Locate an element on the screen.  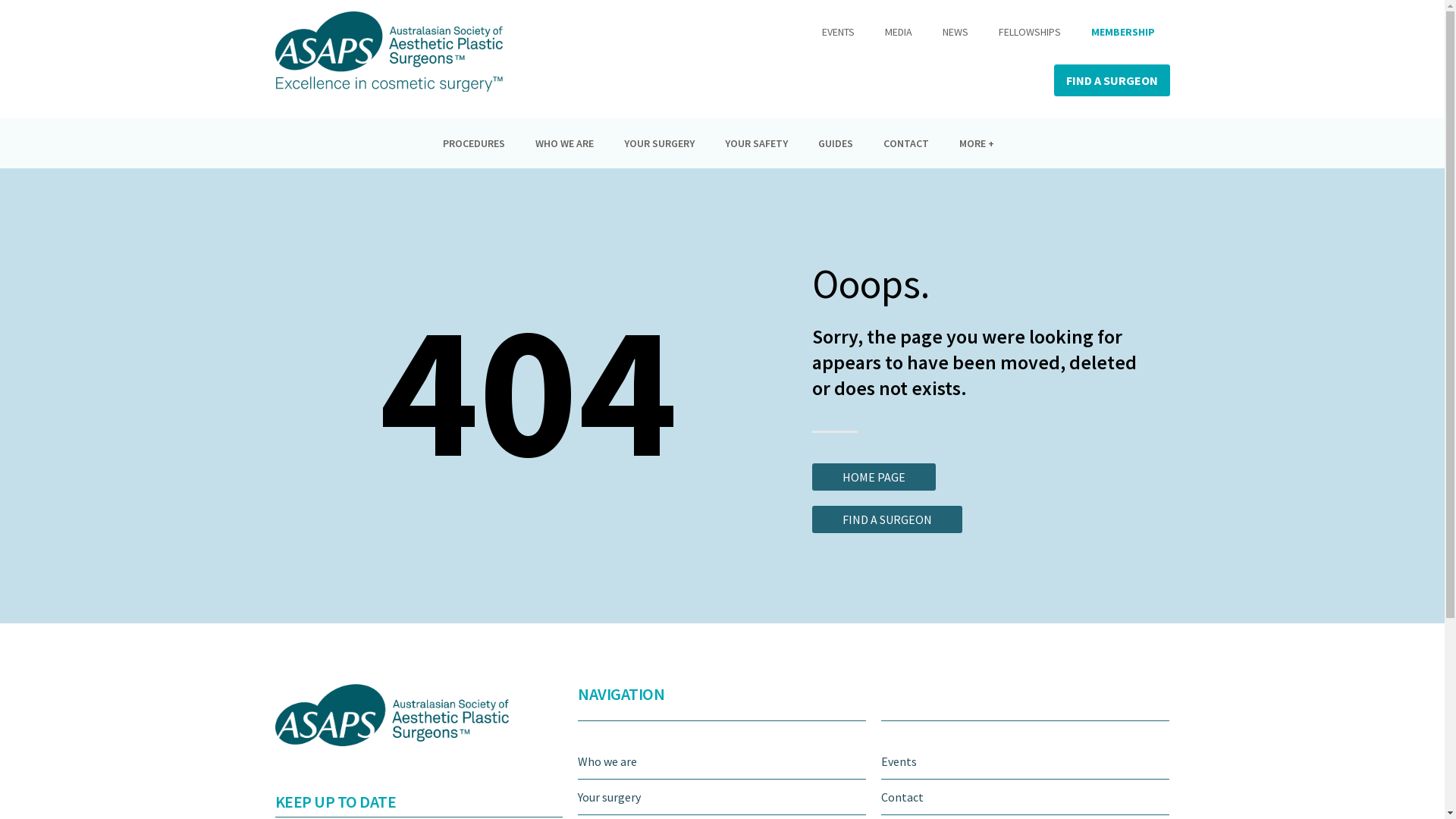
'YOUR SURGERY' is located at coordinates (659, 143).